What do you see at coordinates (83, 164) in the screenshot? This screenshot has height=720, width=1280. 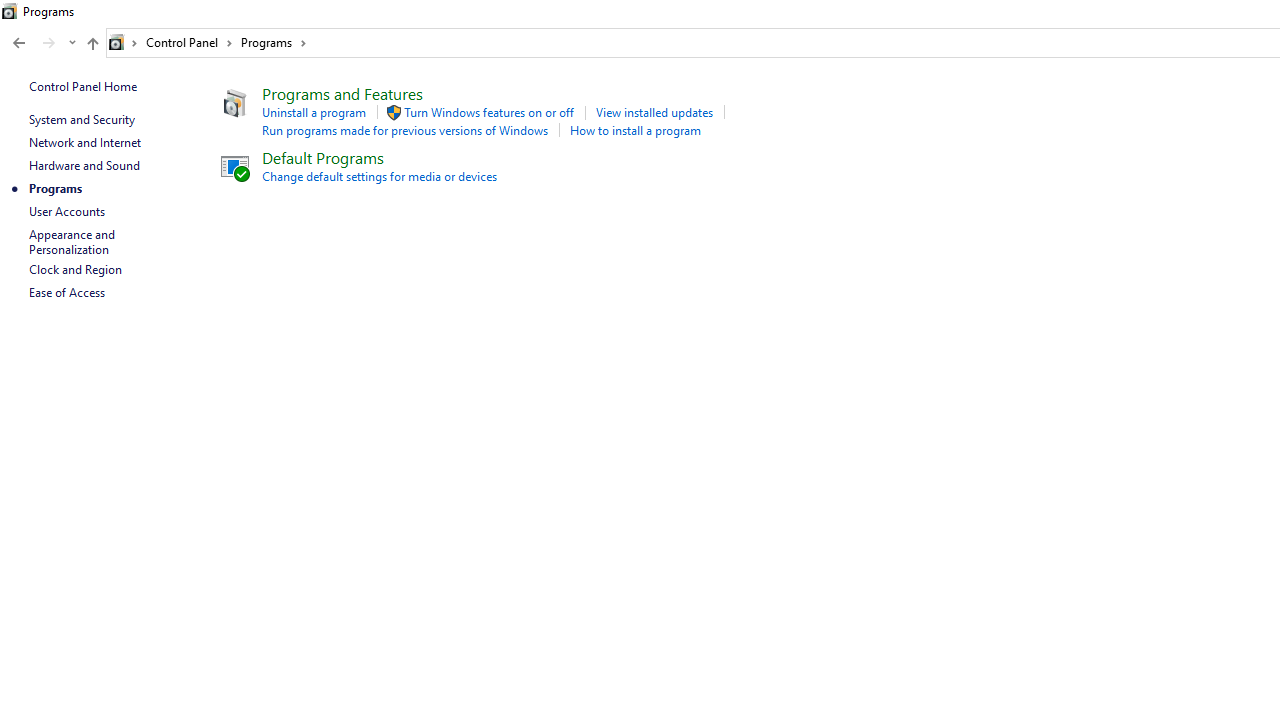 I see `'Hardware and Sound'` at bounding box center [83, 164].